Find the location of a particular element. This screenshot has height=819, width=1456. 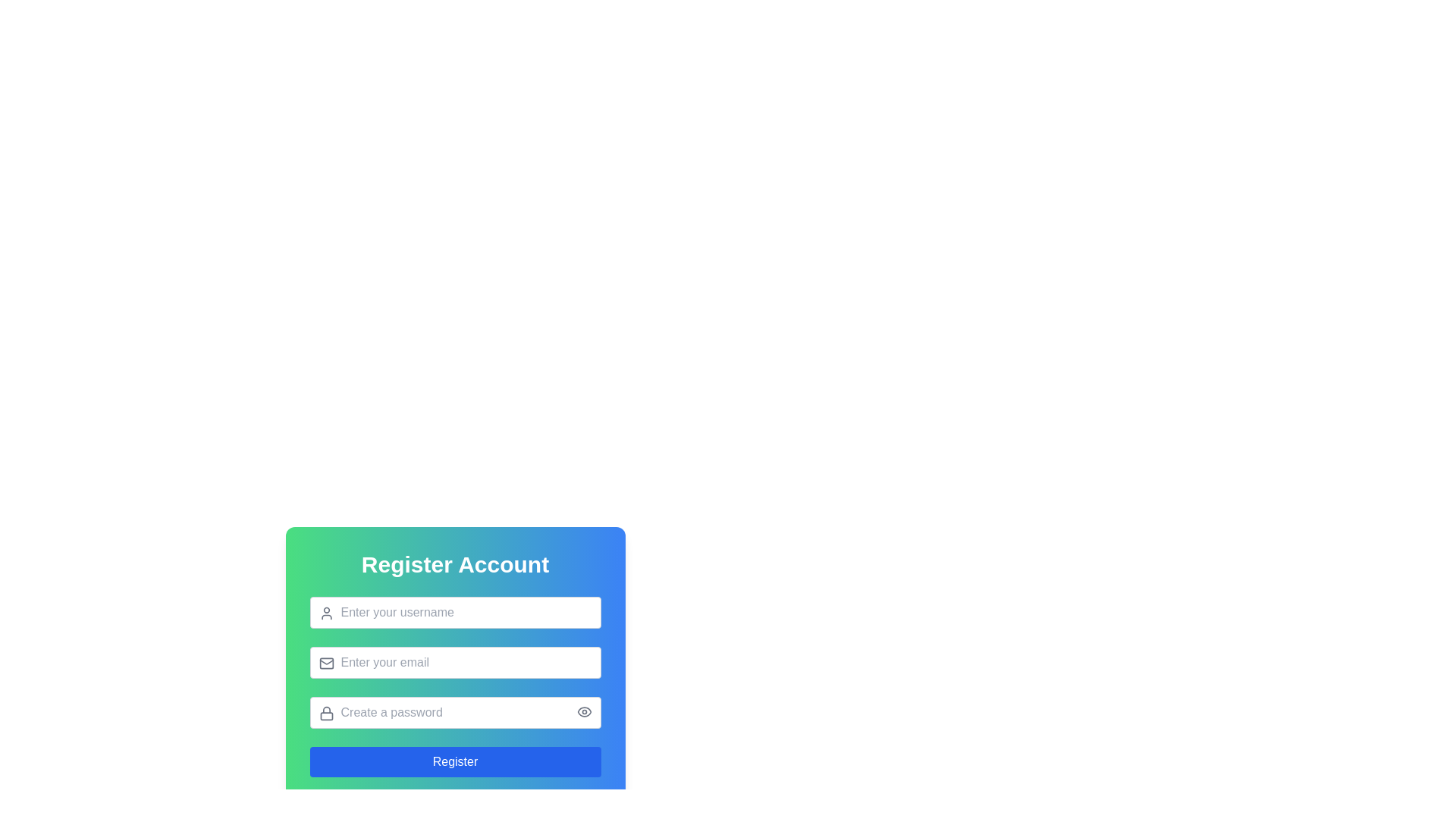

the text heading that indicates the purpose of the form for registering a new account, which is positioned at the top inside a rounded rectangle with a gradient background is located at coordinates (454, 564).